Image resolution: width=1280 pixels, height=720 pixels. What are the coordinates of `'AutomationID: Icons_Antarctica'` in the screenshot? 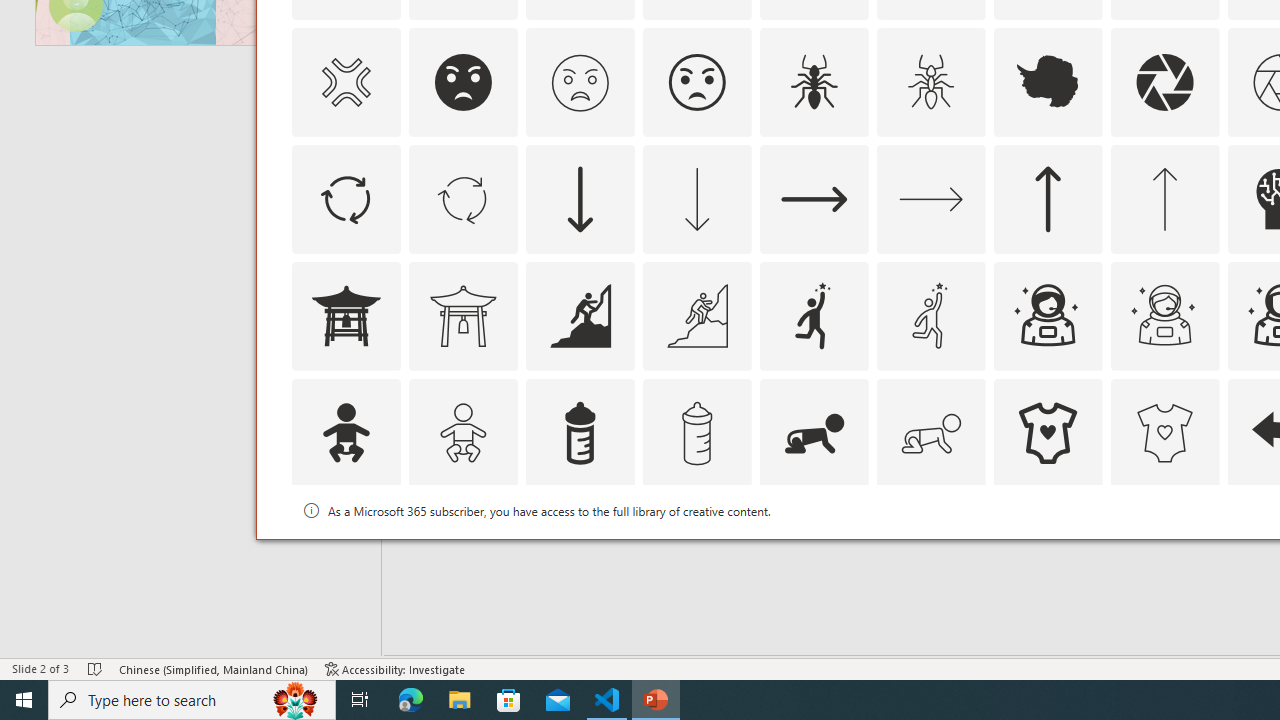 It's located at (1047, 81).